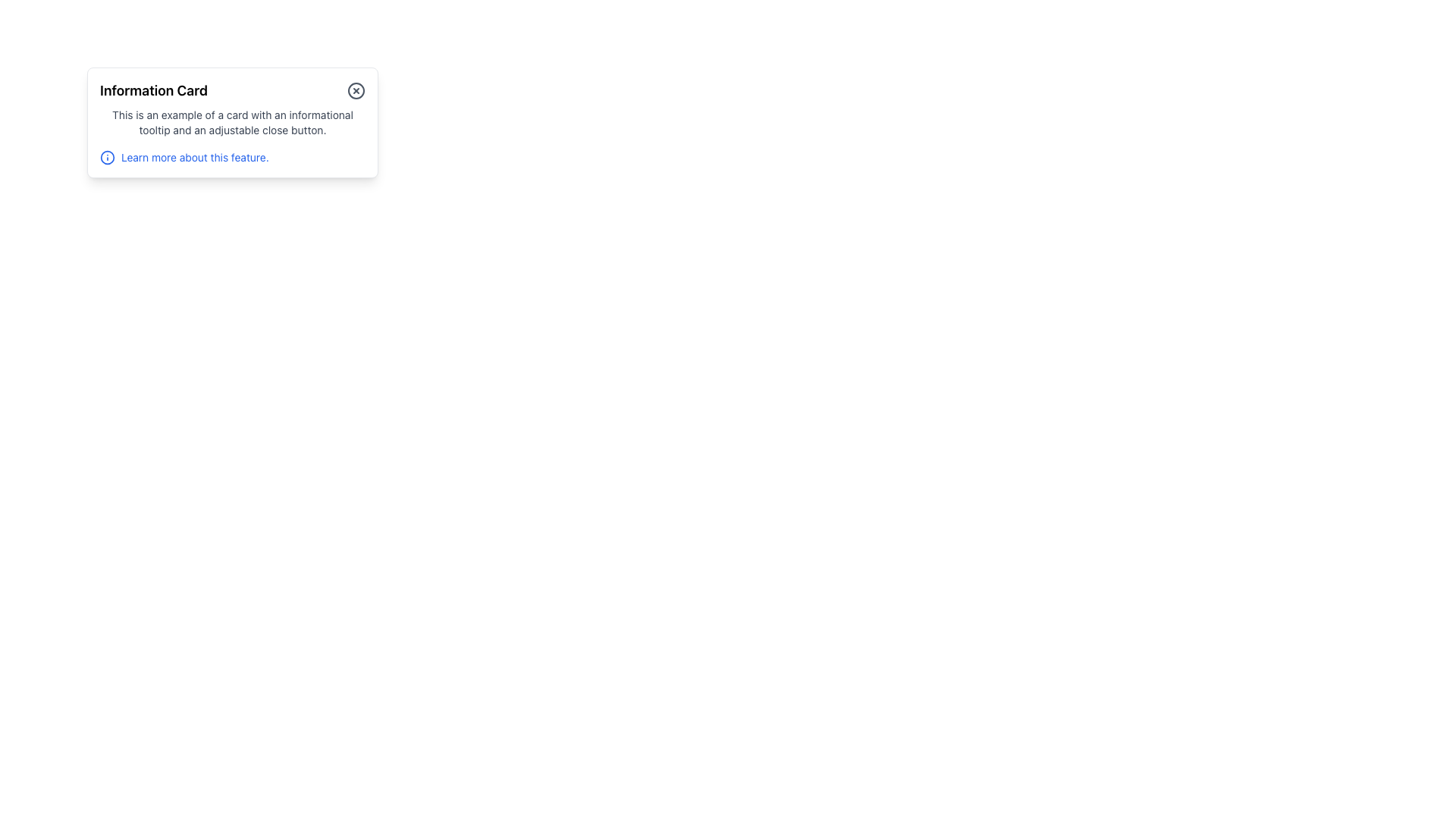 This screenshot has width=1456, height=819. What do you see at coordinates (194, 158) in the screenshot?
I see `the informational text at the bottom left of the Information Card, which provides guidance about the card's feature` at bounding box center [194, 158].